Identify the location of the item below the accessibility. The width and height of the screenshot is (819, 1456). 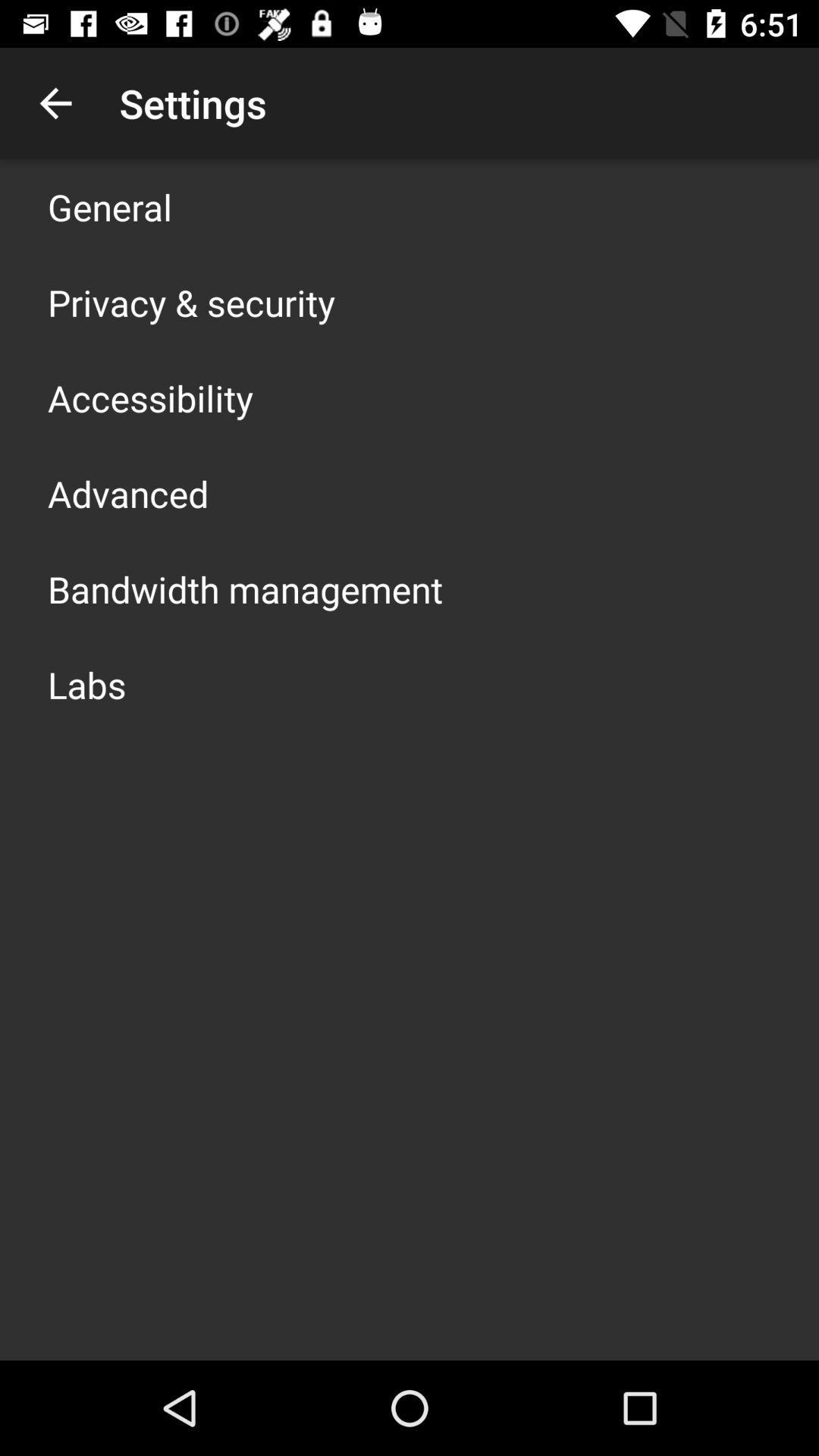
(127, 494).